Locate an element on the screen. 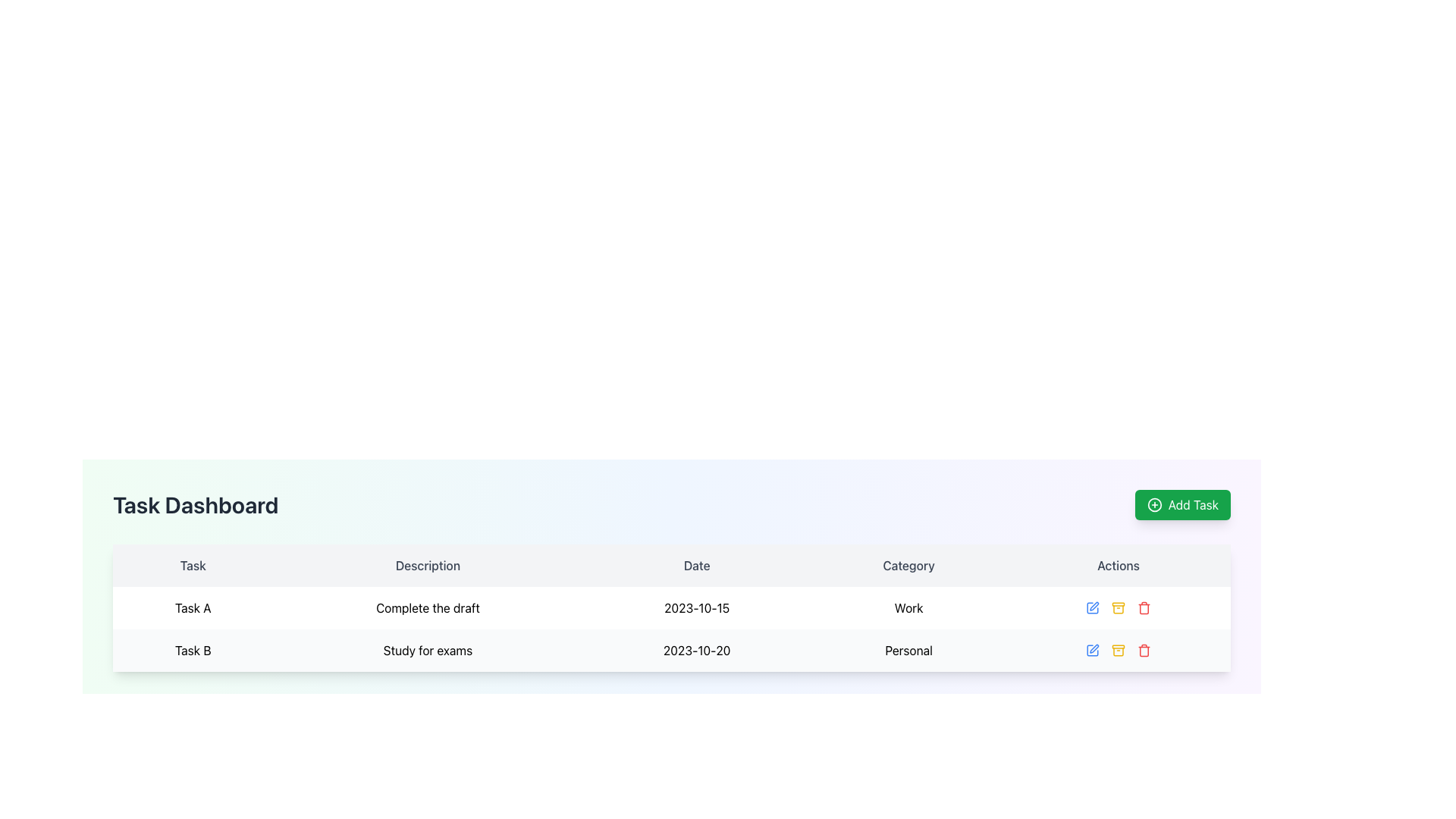  the action buttons group for 'Task A' located in the last cell of the row under the 'Actions' column, adjacent to the 'Category' column with text 'Work' is located at coordinates (1119, 607).